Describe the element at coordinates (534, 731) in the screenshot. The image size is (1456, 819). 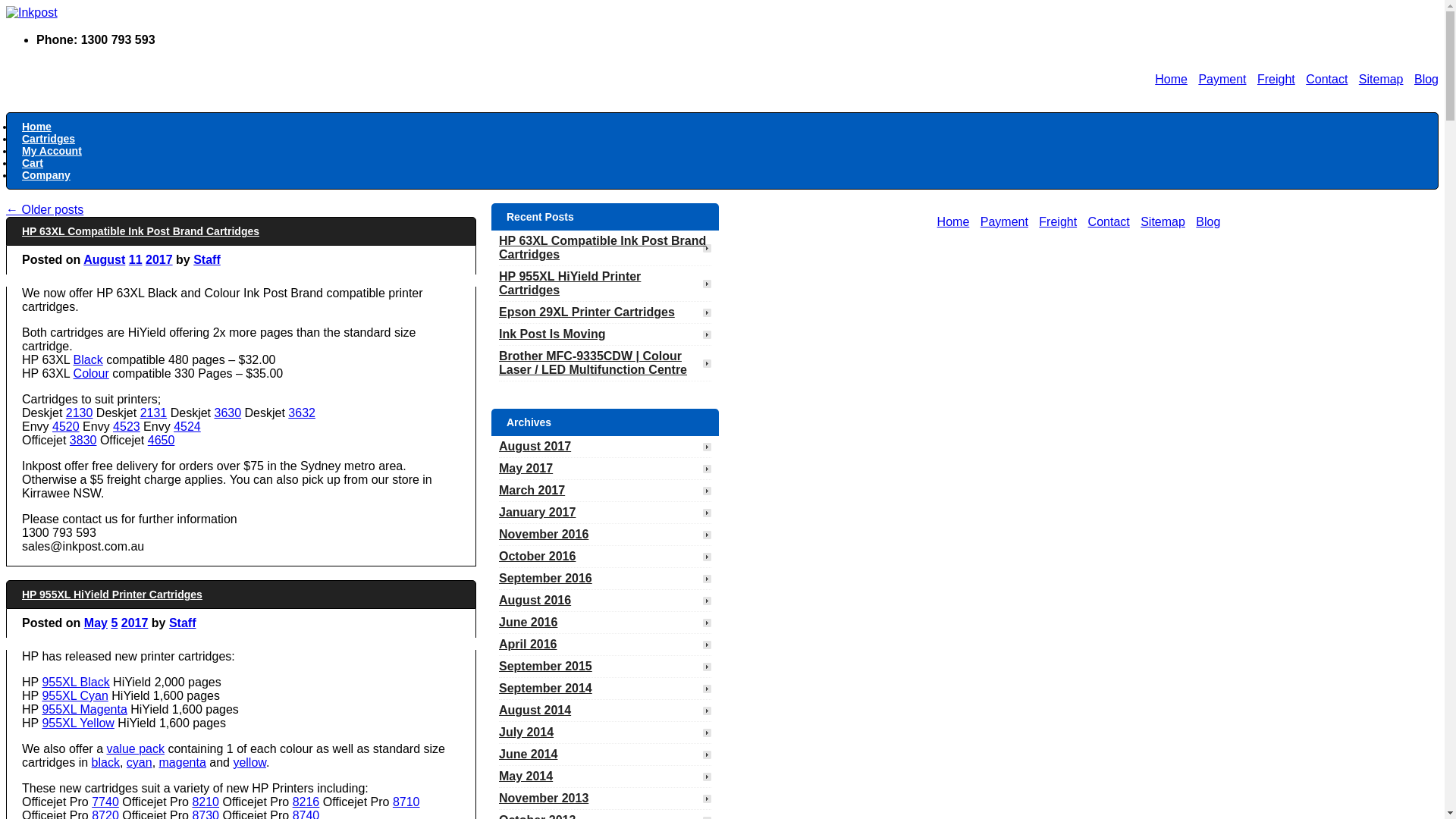
I see `'July 2014'` at that location.